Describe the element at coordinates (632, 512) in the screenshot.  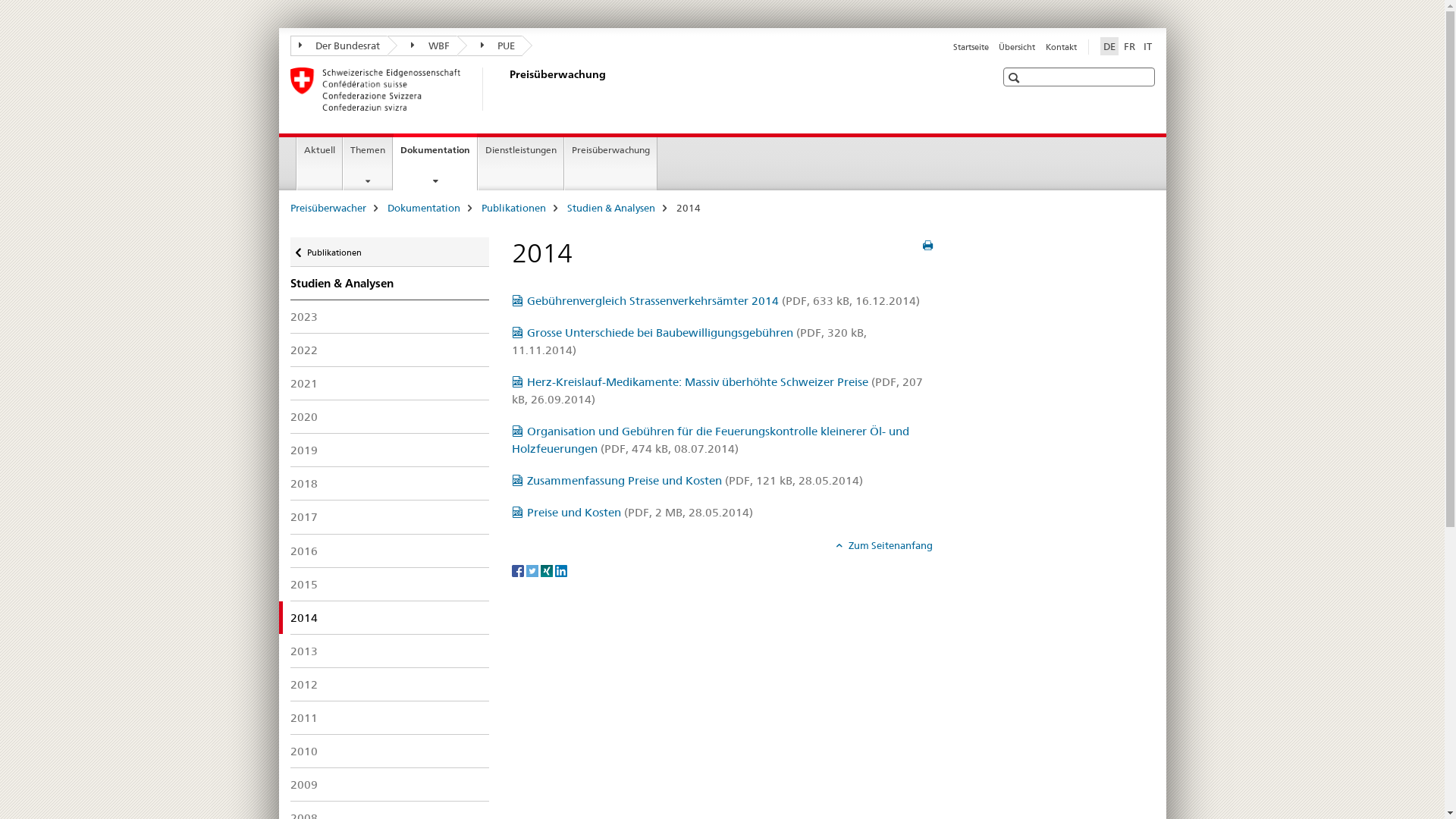
I see `'Preise und Kosten (PDF, 2 MB, 28.05.2014)'` at that location.